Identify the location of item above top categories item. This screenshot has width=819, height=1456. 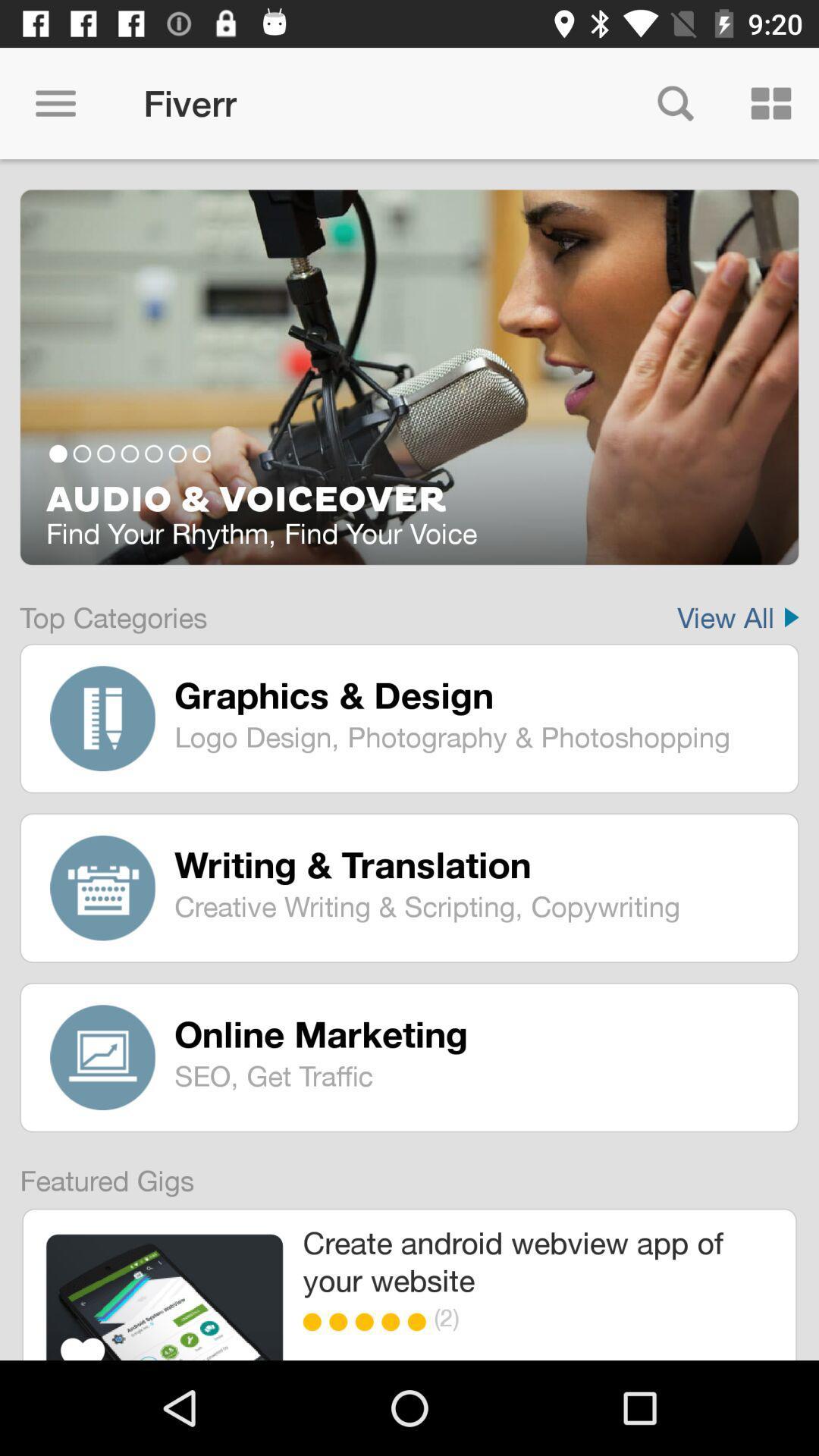
(409, 500).